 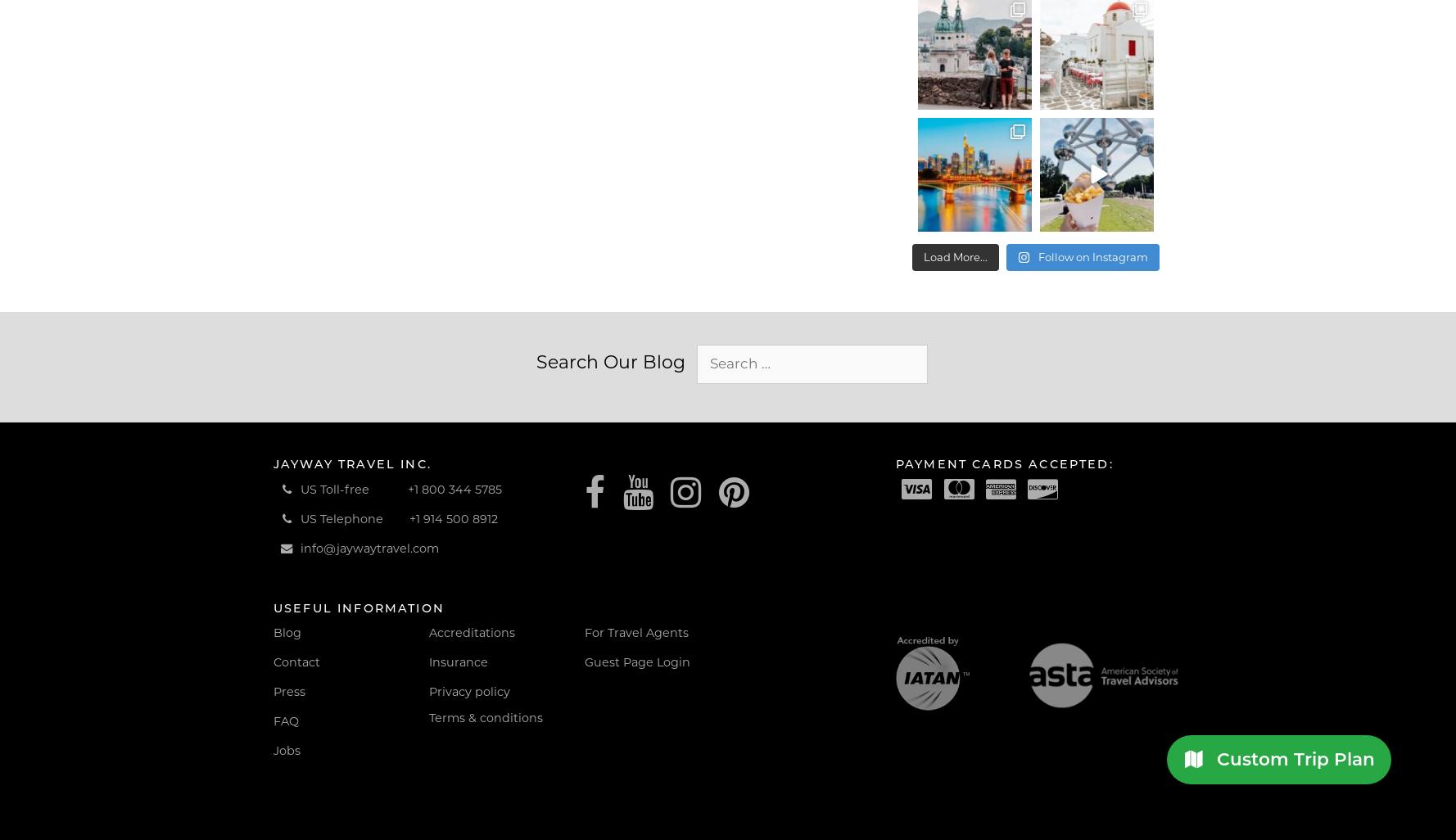 What do you see at coordinates (452, 518) in the screenshot?
I see `'+1 914 500 8912'` at bounding box center [452, 518].